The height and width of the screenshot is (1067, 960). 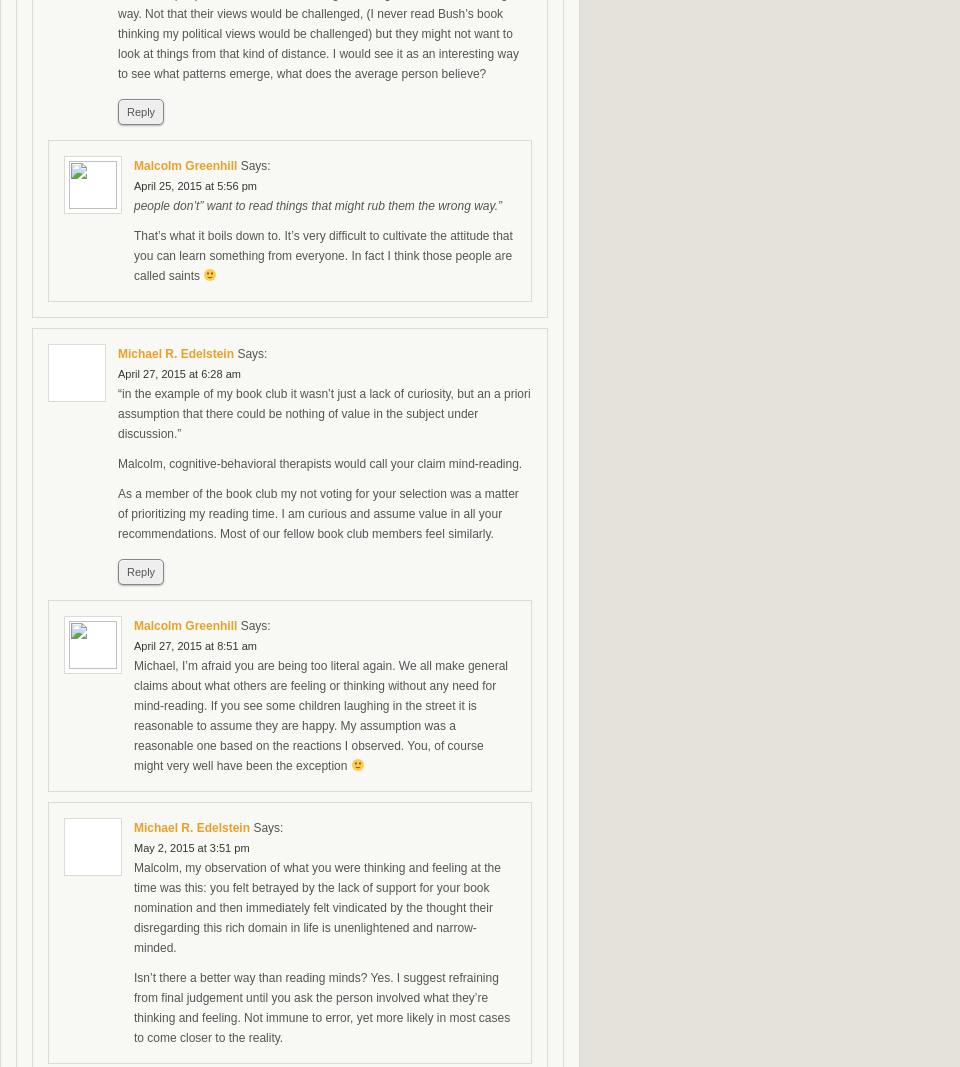 What do you see at coordinates (133, 185) in the screenshot?
I see `'April 25, 2015 at 5:56 pm'` at bounding box center [133, 185].